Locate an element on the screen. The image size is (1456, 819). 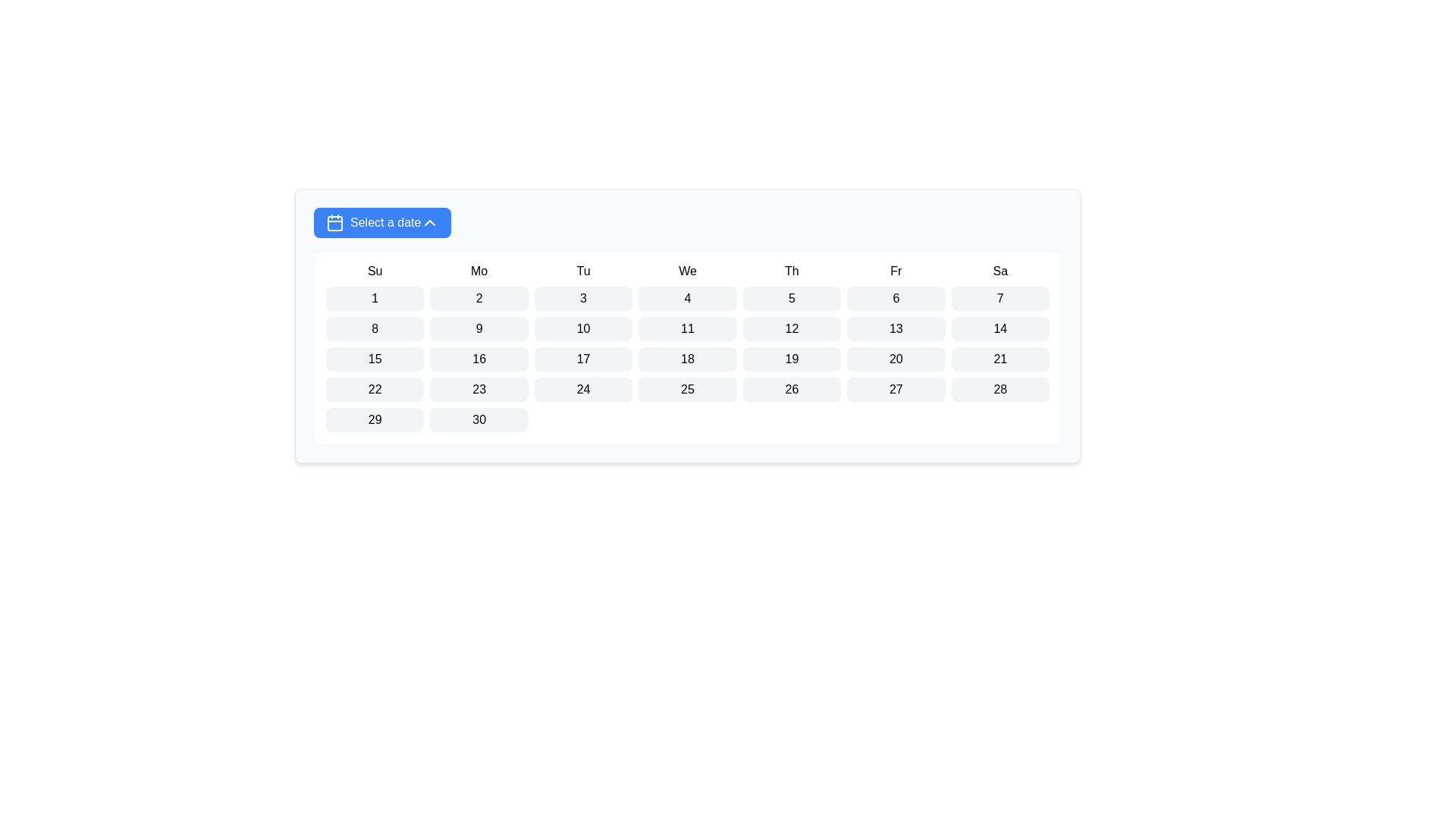
the calendar day cell representing the date '12th' located in the second row and fifth column underneath 'Th' (Thursday) is located at coordinates (791, 328).